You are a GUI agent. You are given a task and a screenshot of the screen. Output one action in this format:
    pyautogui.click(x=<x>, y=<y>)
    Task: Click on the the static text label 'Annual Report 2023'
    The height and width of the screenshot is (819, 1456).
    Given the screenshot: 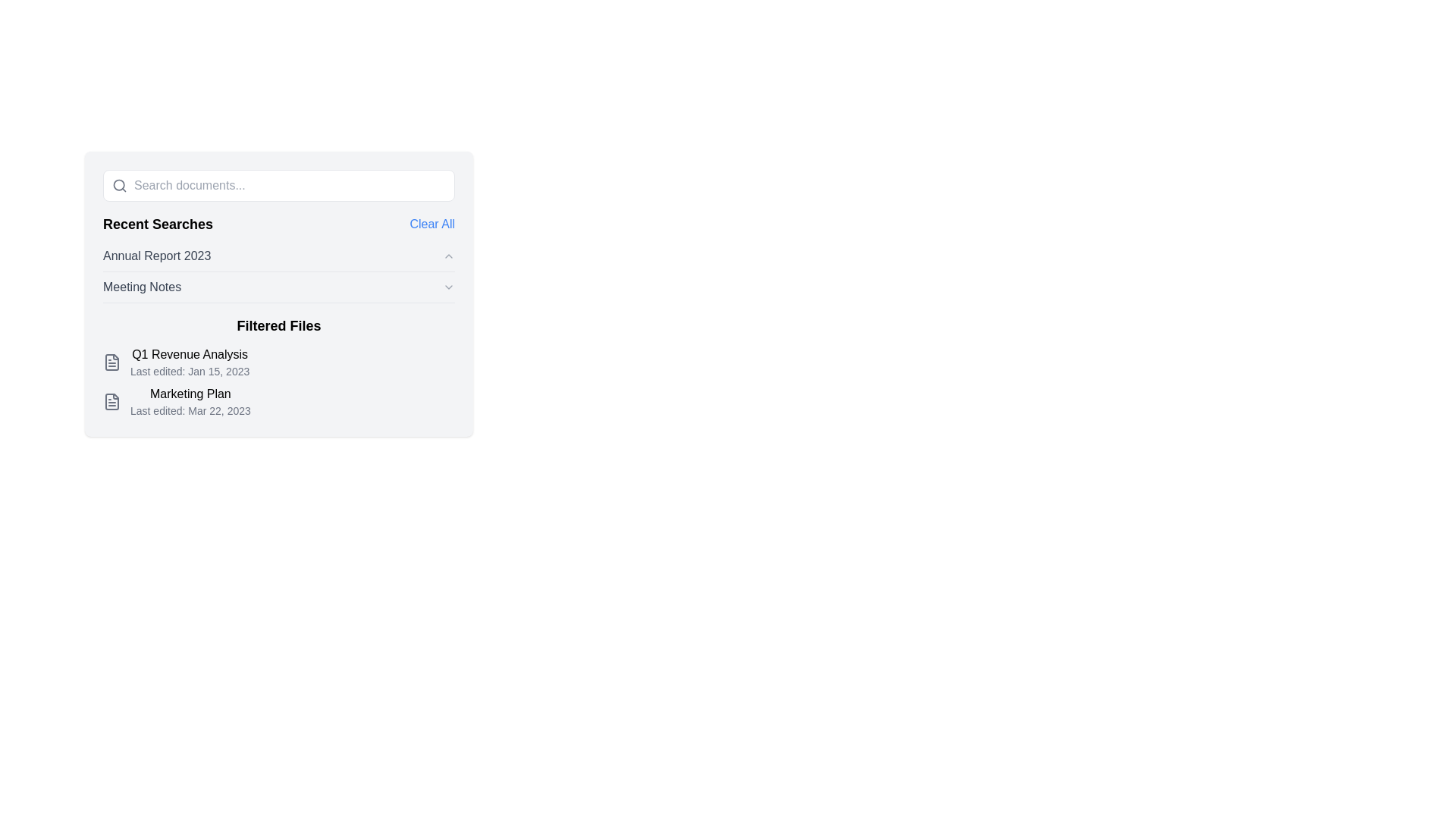 What is the action you would take?
    pyautogui.click(x=157, y=256)
    